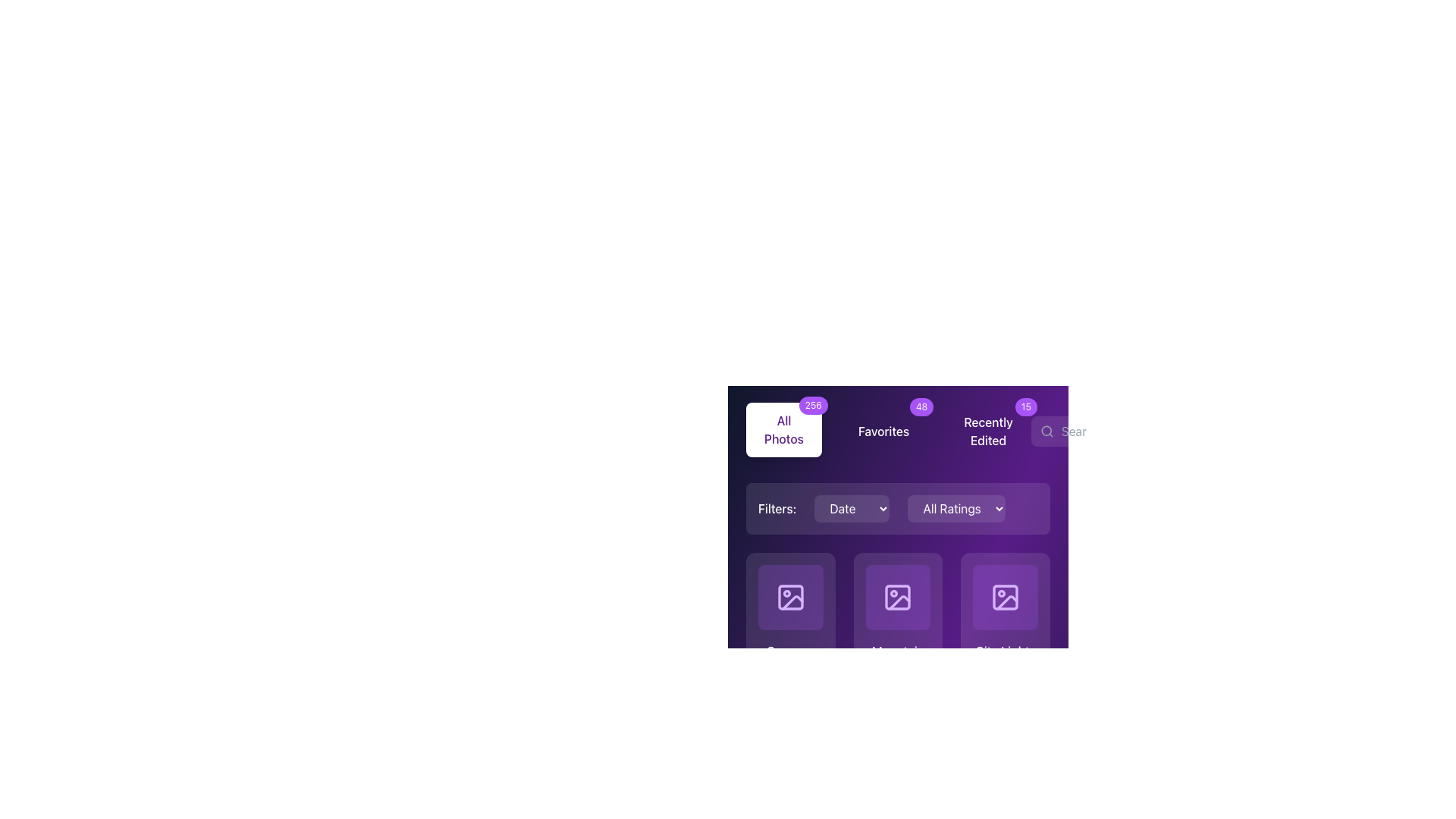 This screenshot has width=1456, height=819. I want to click on the preview button for the image associated with 'Summer Vacation2023-08-15', so click(789, 596).